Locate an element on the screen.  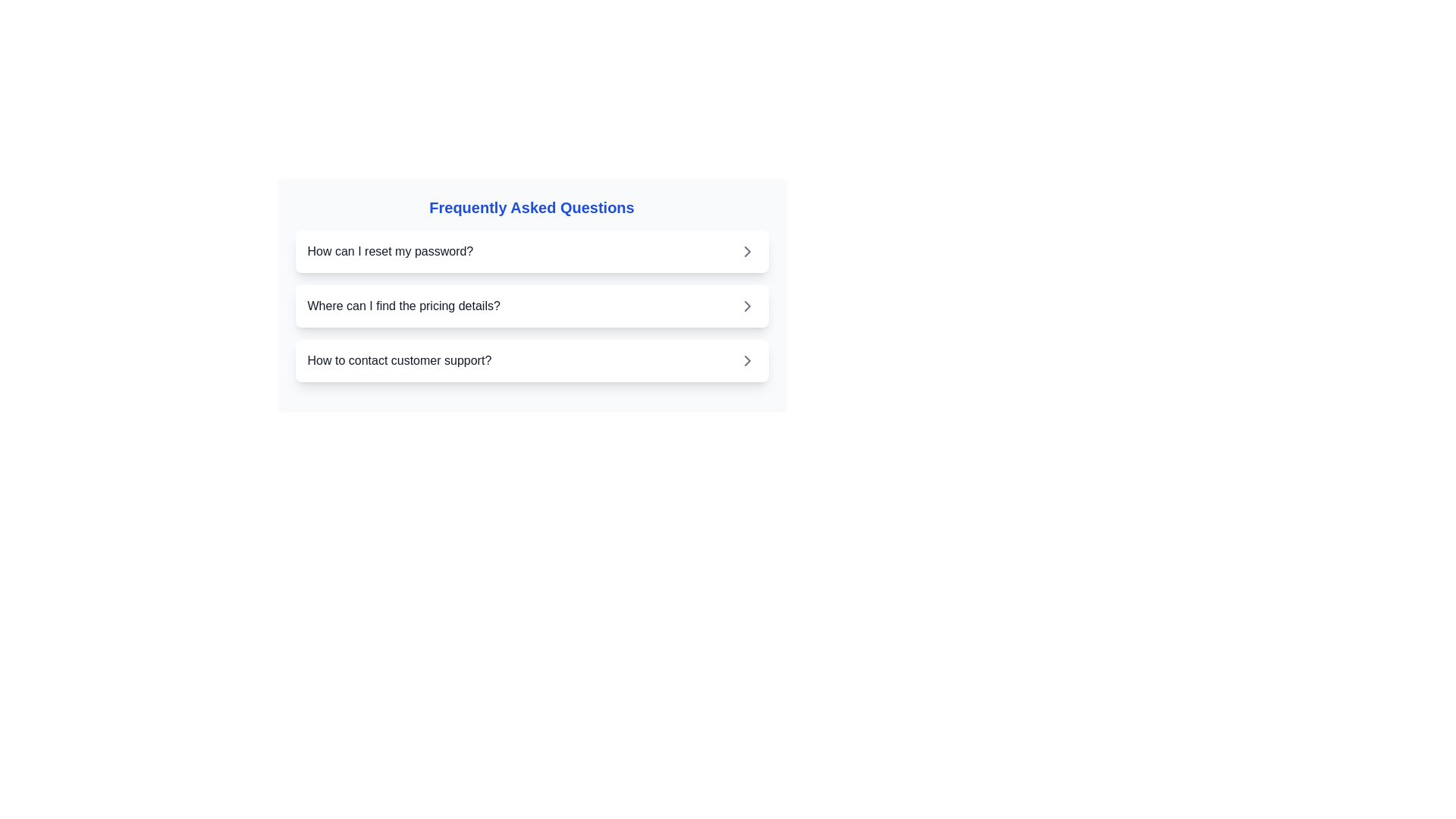
the right-pointing chevron icon located to the right of the text 'How to contact customer support?' is located at coordinates (747, 360).